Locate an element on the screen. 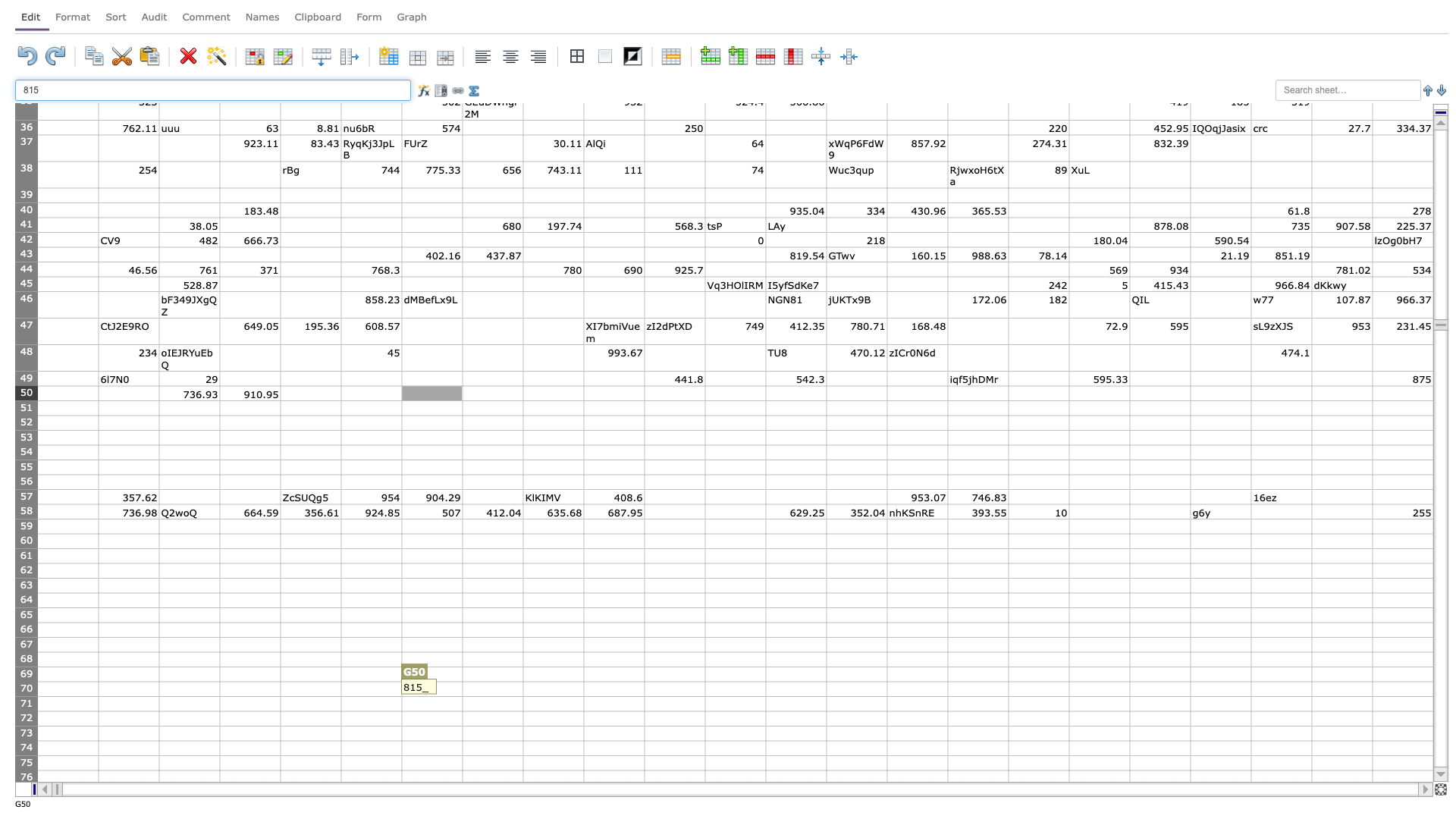 The image size is (1456, 819). Lower right corner of cell J70 is located at coordinates (644, 696).